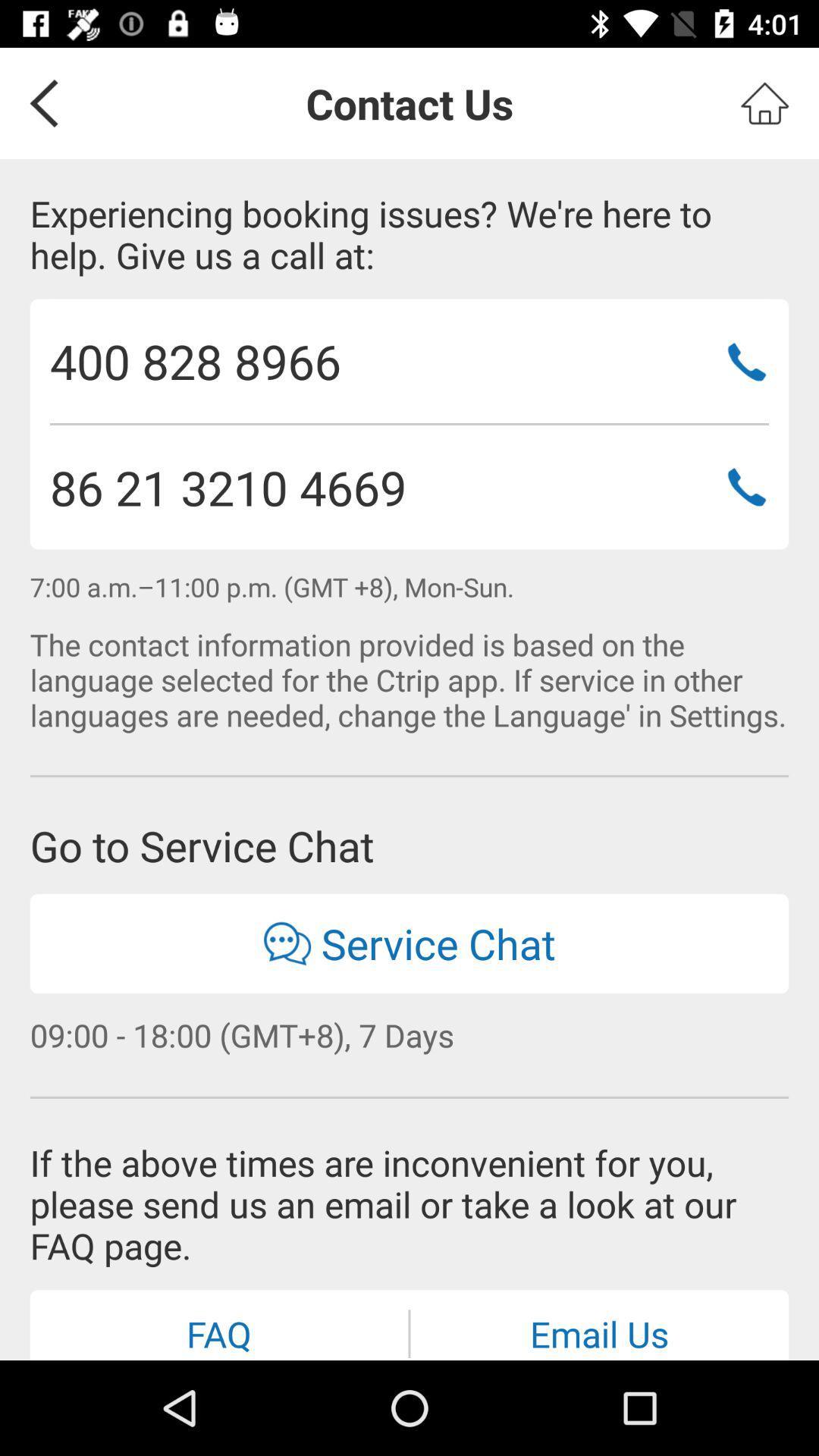 The height and width of the screenshot is (1456, 819). What do you see at coordinates (764, 102) in the screenshot?
I see `the home icon` at bounding box center [764, 102].